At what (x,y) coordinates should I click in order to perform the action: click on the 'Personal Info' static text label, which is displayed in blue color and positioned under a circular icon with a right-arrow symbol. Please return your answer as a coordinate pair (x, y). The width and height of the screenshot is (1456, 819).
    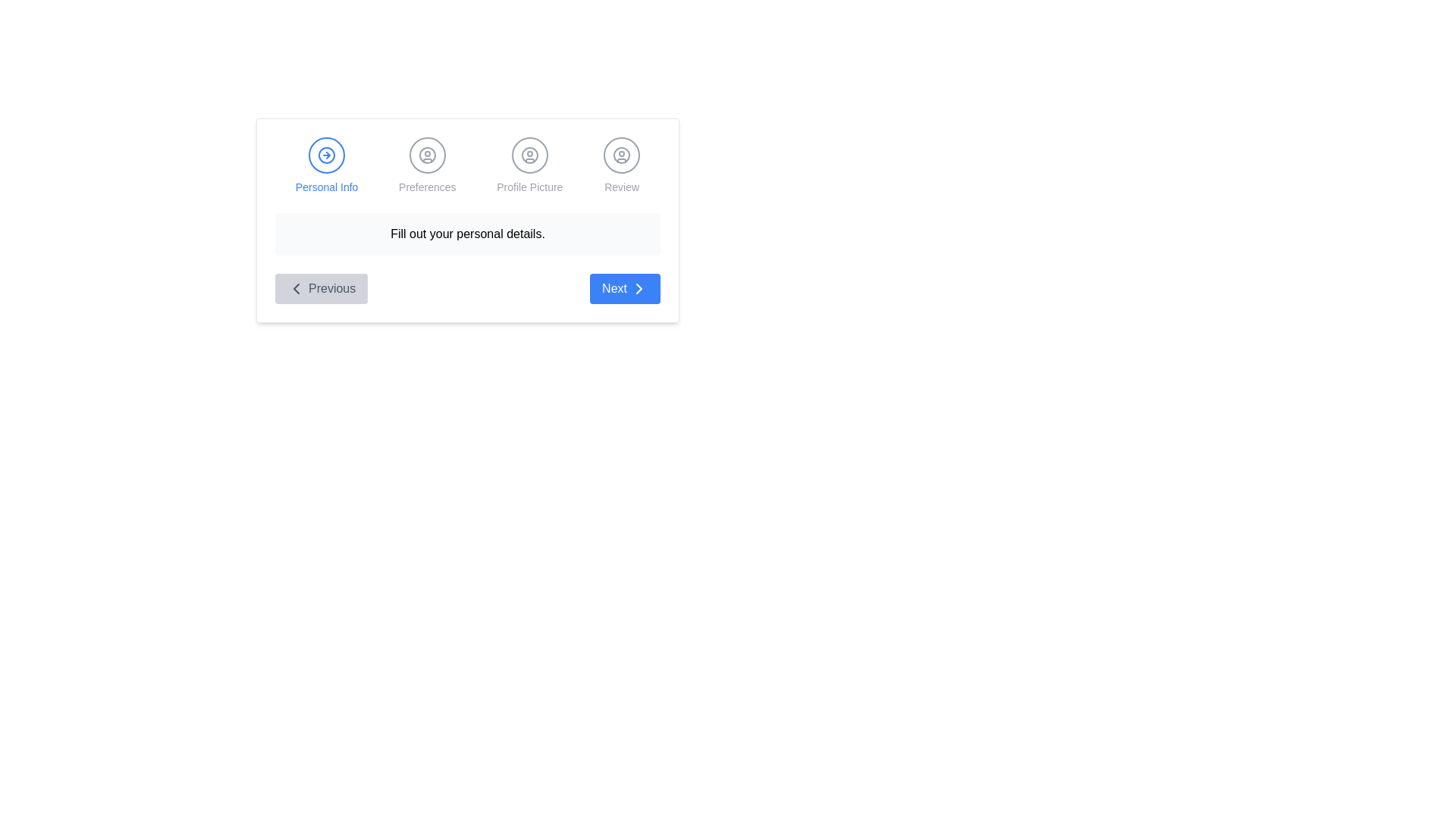
    Looking at the image, I should click on (326, 186).